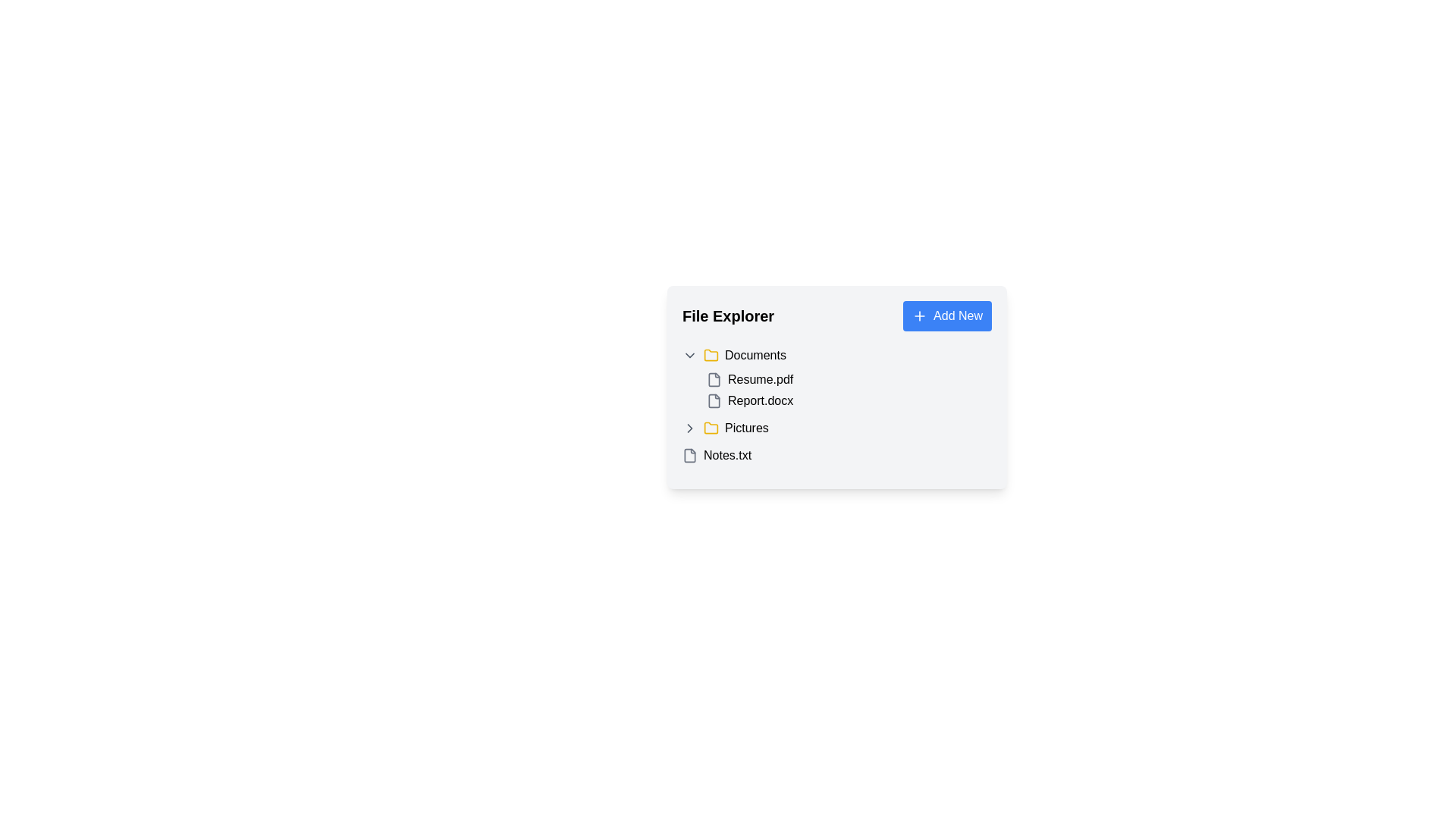 The image size is (1456, 819). What do you see at coordinates (713, 400) in the screenshot?
I see `the document file icon representing 'Report.docx' in the file list under 'File Explorer'` at bounding box center [713, 400].